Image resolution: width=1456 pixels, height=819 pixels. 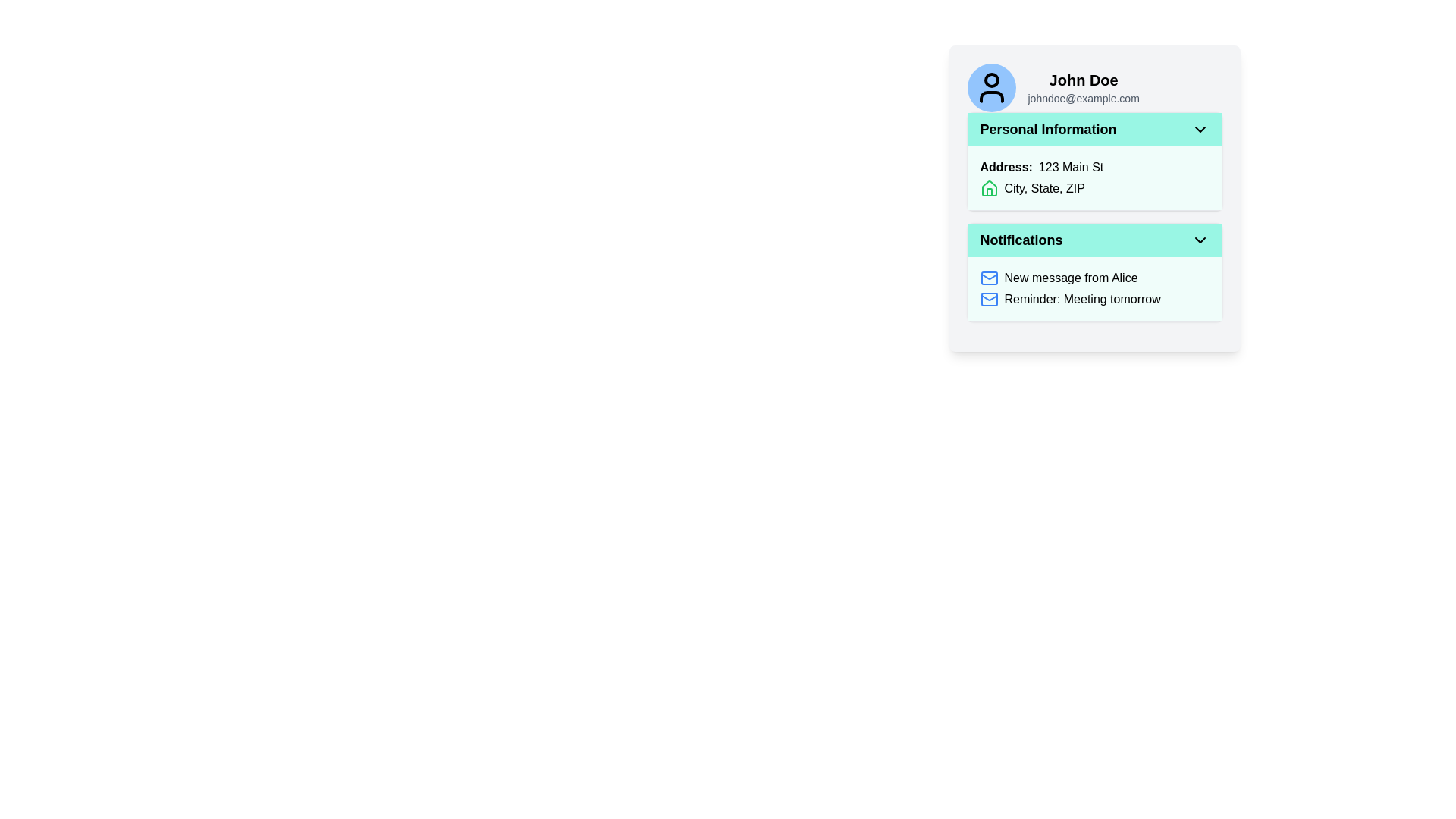 What do you see at coordinates (1094, 299) in the screenshot?
I see `the notification entry for a meeting reminder located in the bottom-right section of the interface, below the item that reads 'New message from Alice'` at bounding box center [1094, 299].